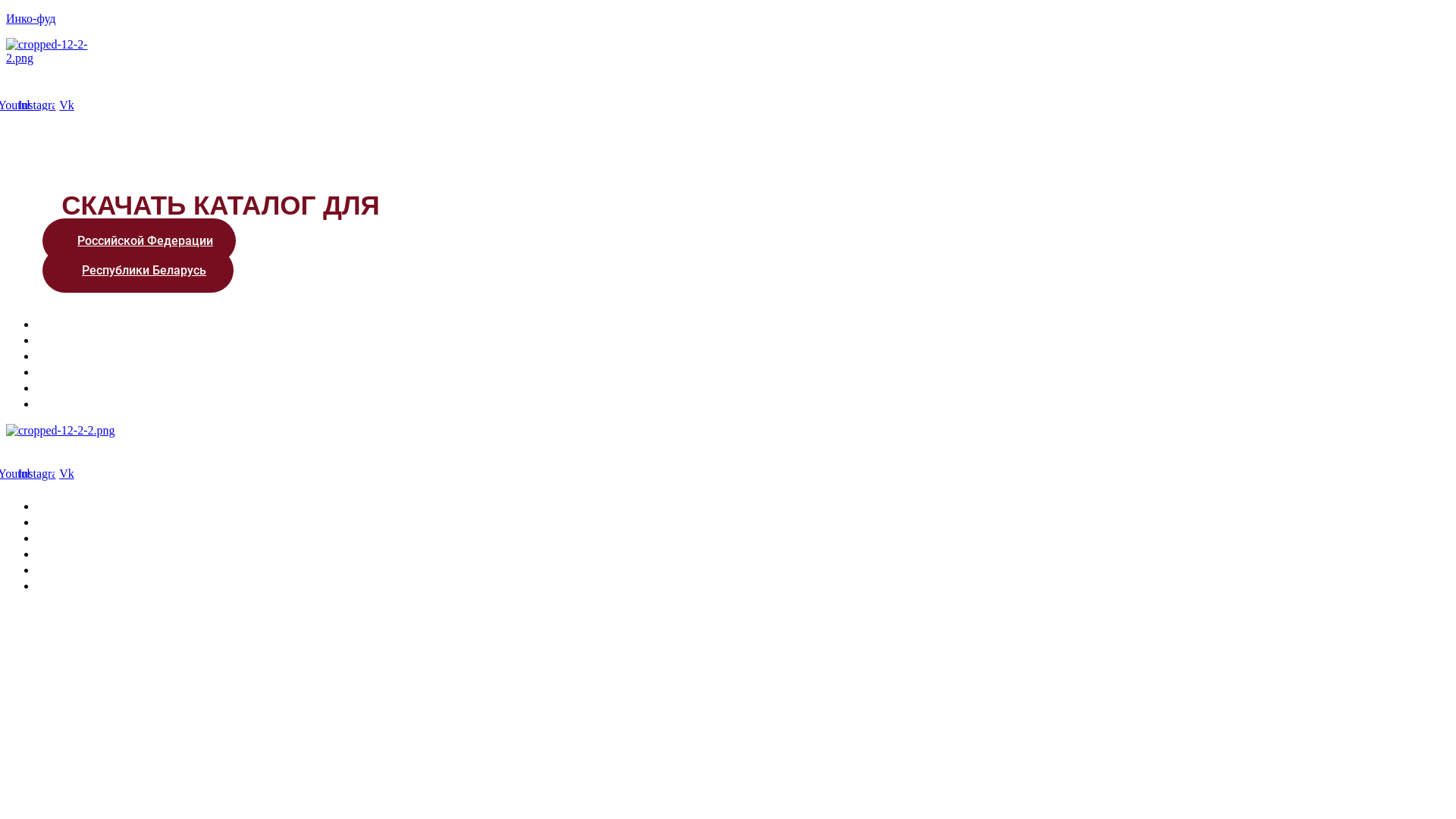  Describe the element at coordinates (55, 104) in the screenshot. I see `'Vk'` at that location.